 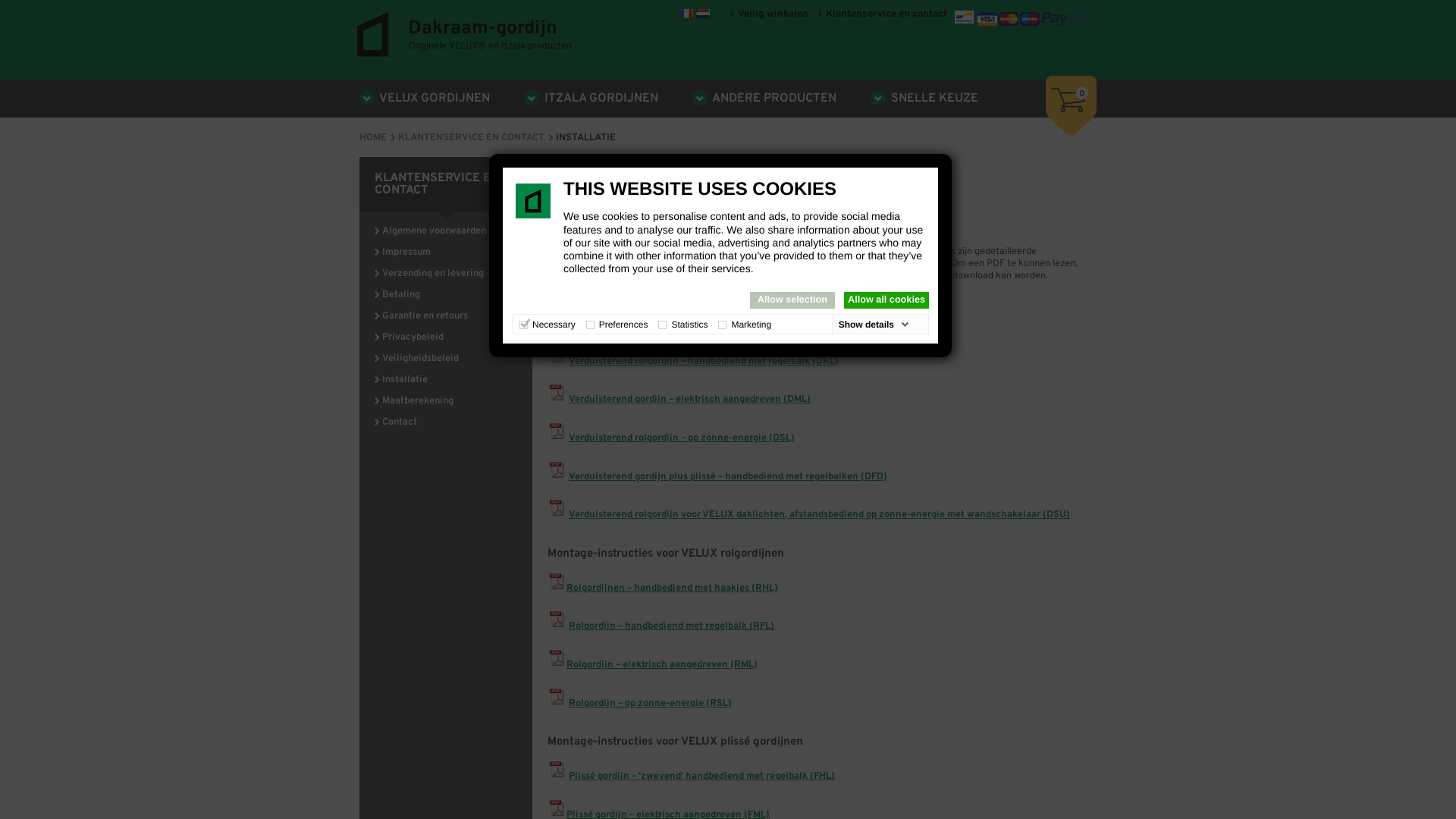 I want to click on 'Klantenservice en contact', so click(x=882, y=14).